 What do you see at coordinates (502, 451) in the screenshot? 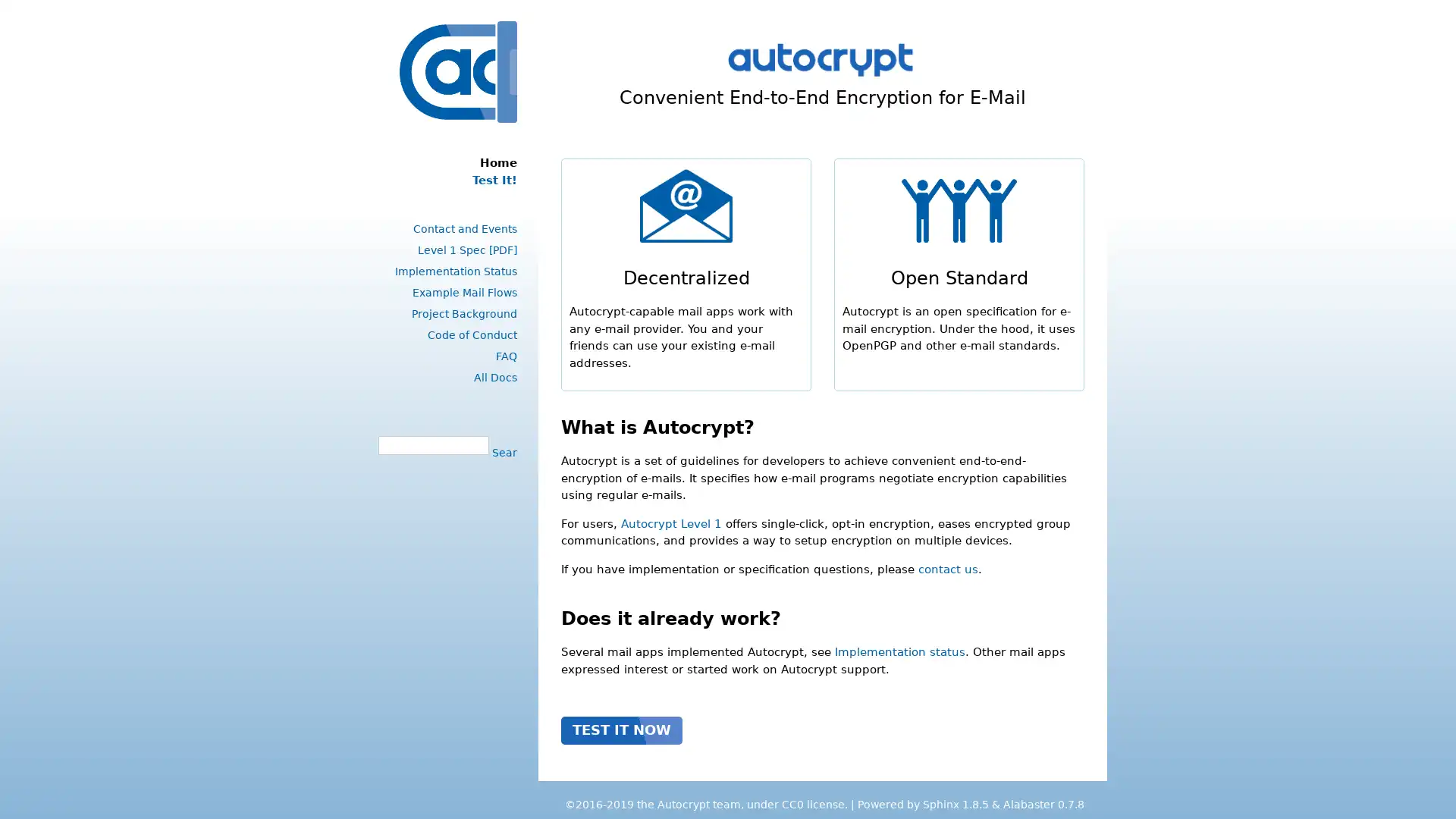
I see `Search` at bounding box center [502, 451].